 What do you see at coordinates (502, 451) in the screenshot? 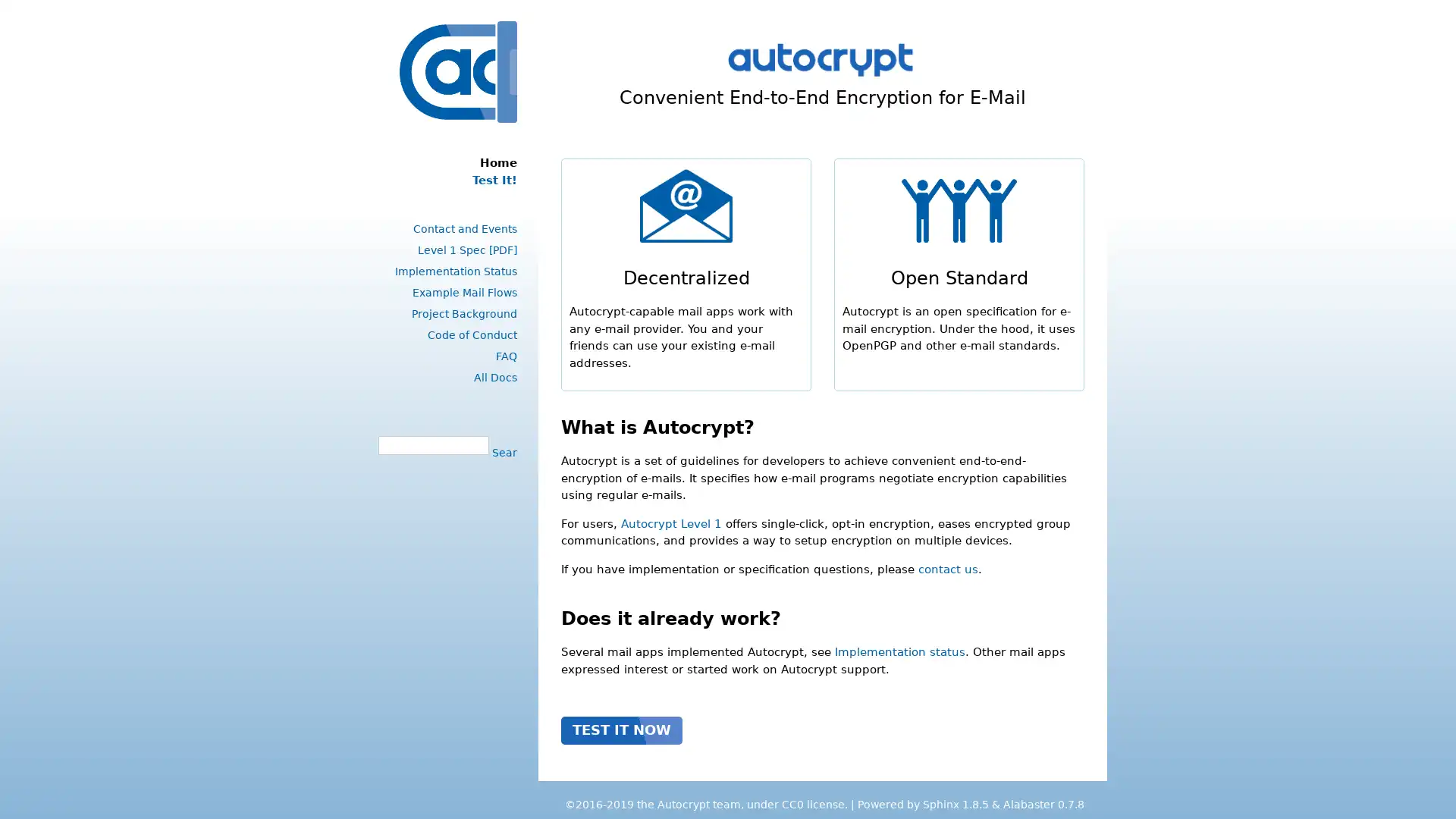
I see `Search` at bounding box center [502, 451].